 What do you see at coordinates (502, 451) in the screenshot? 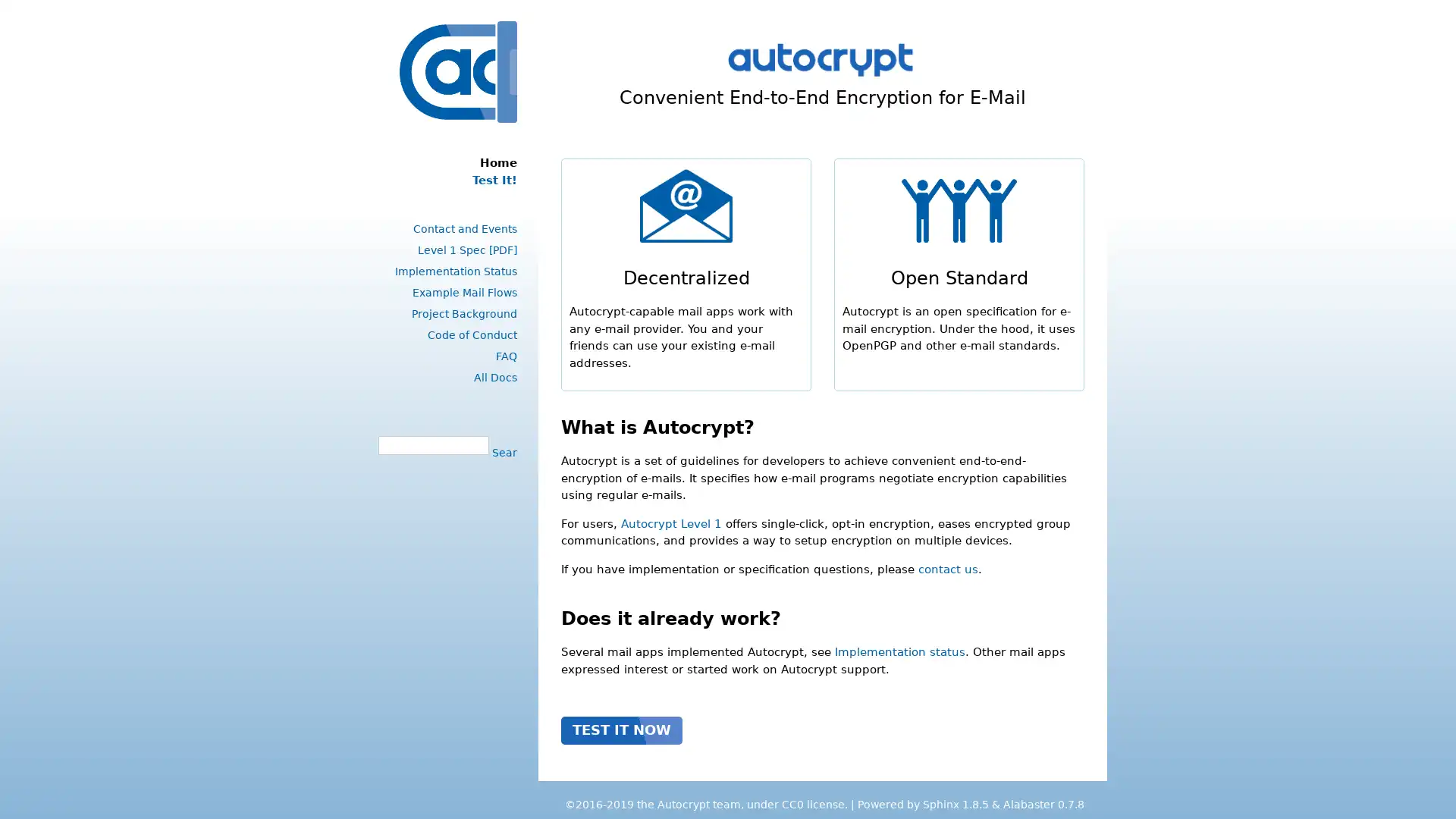
I see `Search` at bounding box center [502, 451].